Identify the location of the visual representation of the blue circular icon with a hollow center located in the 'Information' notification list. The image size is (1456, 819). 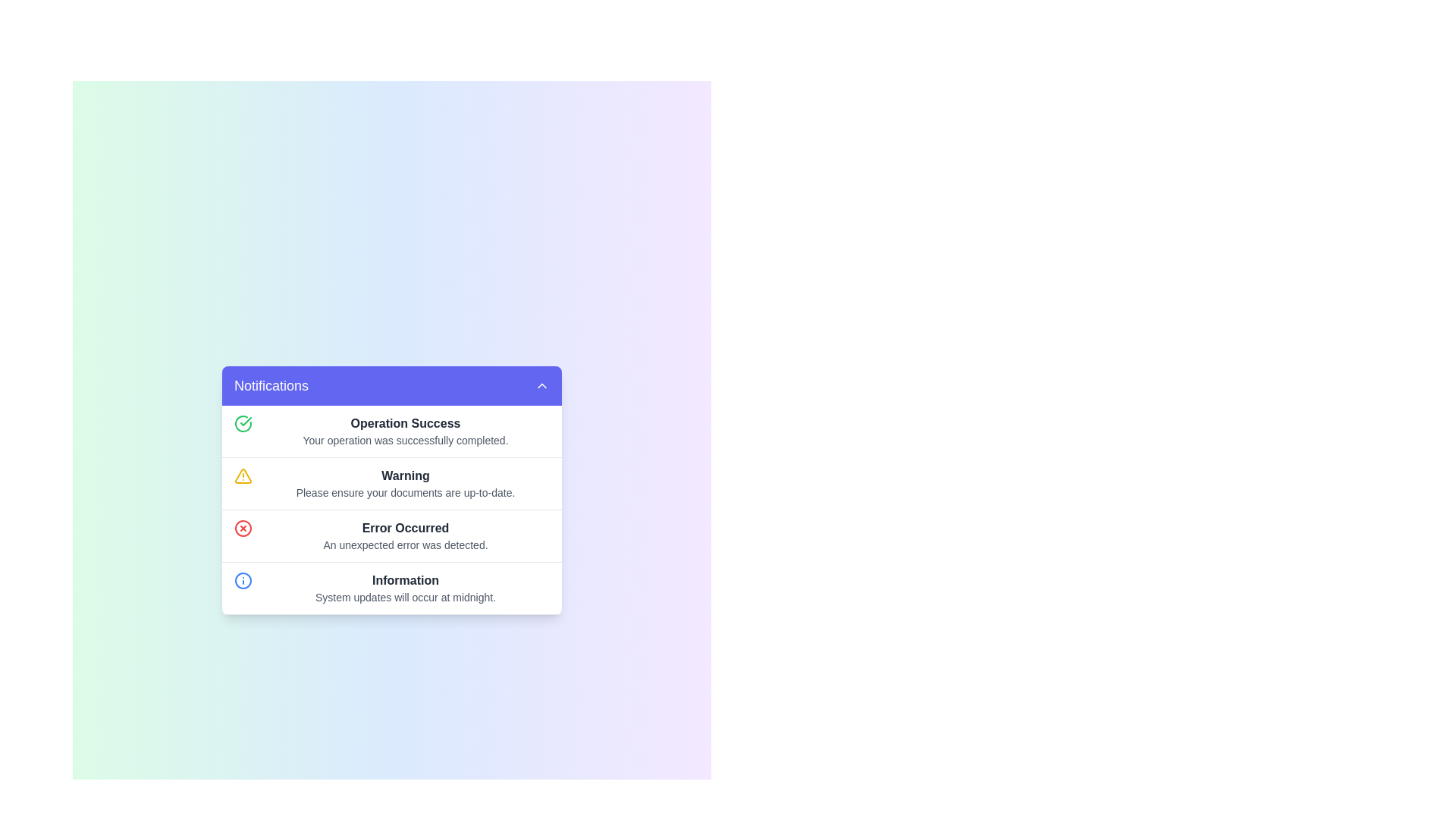
(243, 580).